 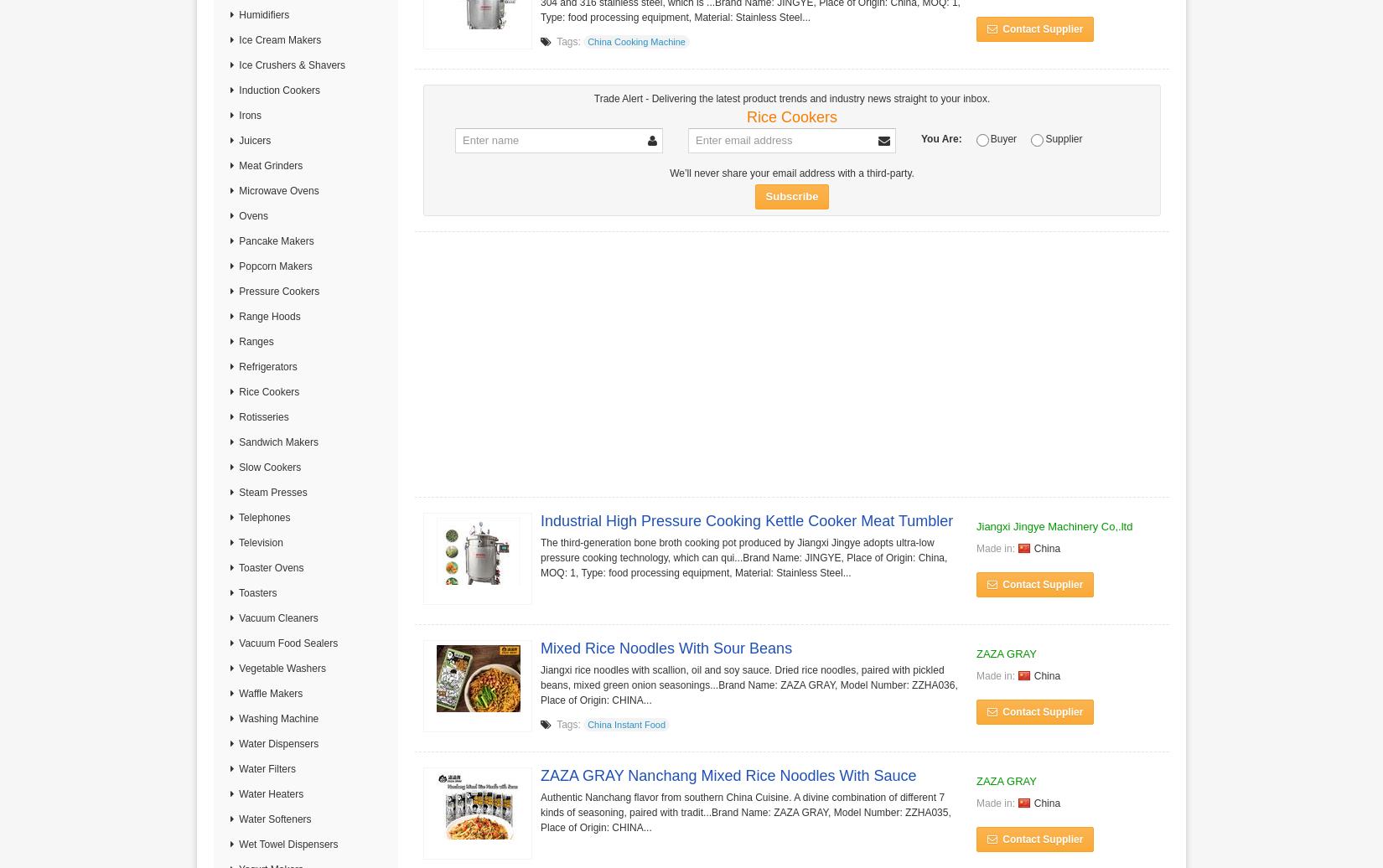 What do you see at coordinates (1053, 525) in the screenshot?
I see `'Jiangxi Jingye Machinery Co,.ltd'` at bounding box center [1053, 525].